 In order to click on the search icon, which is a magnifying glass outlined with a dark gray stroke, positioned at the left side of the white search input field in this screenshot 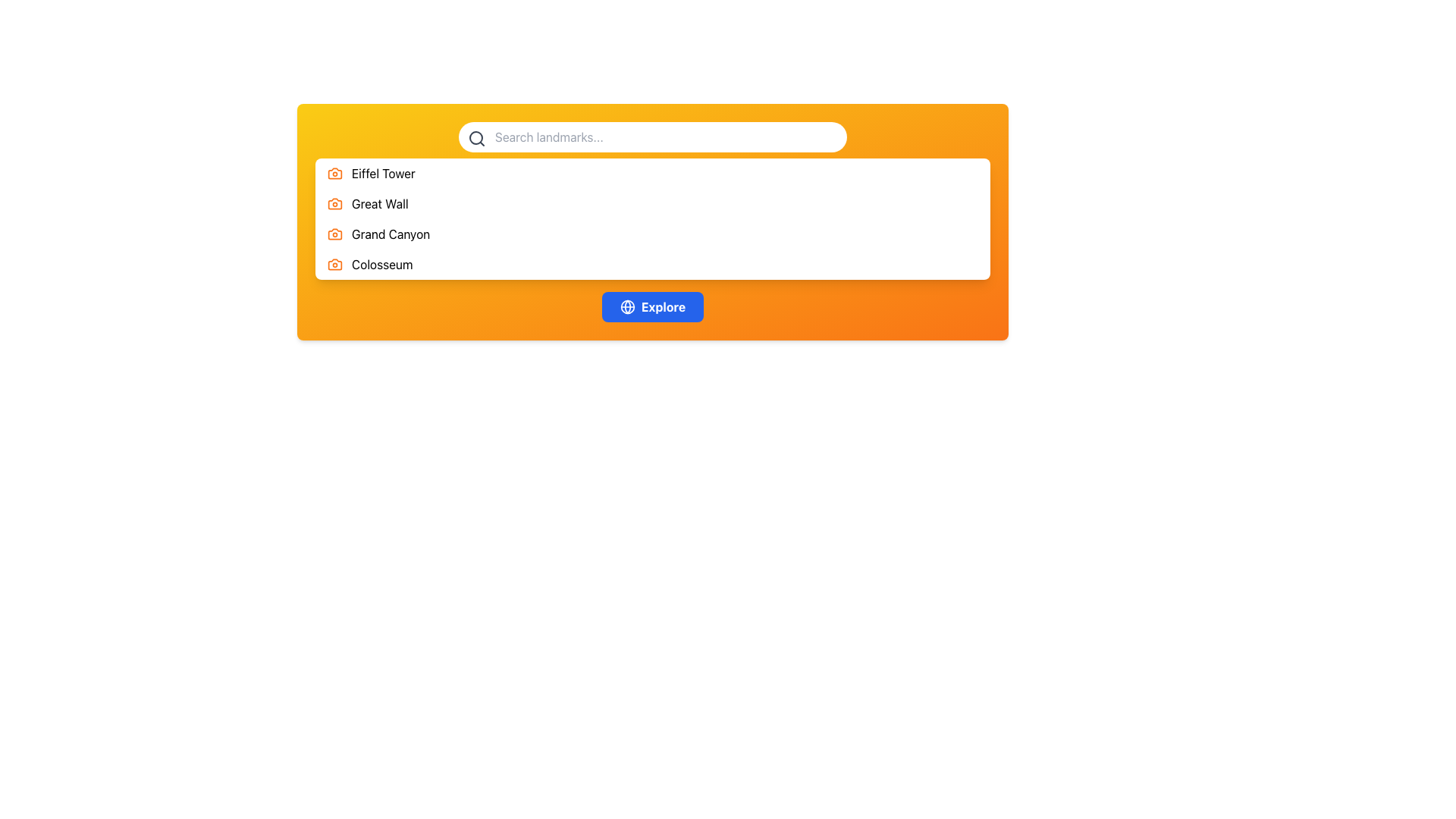, I will do `click(475, 138)`.